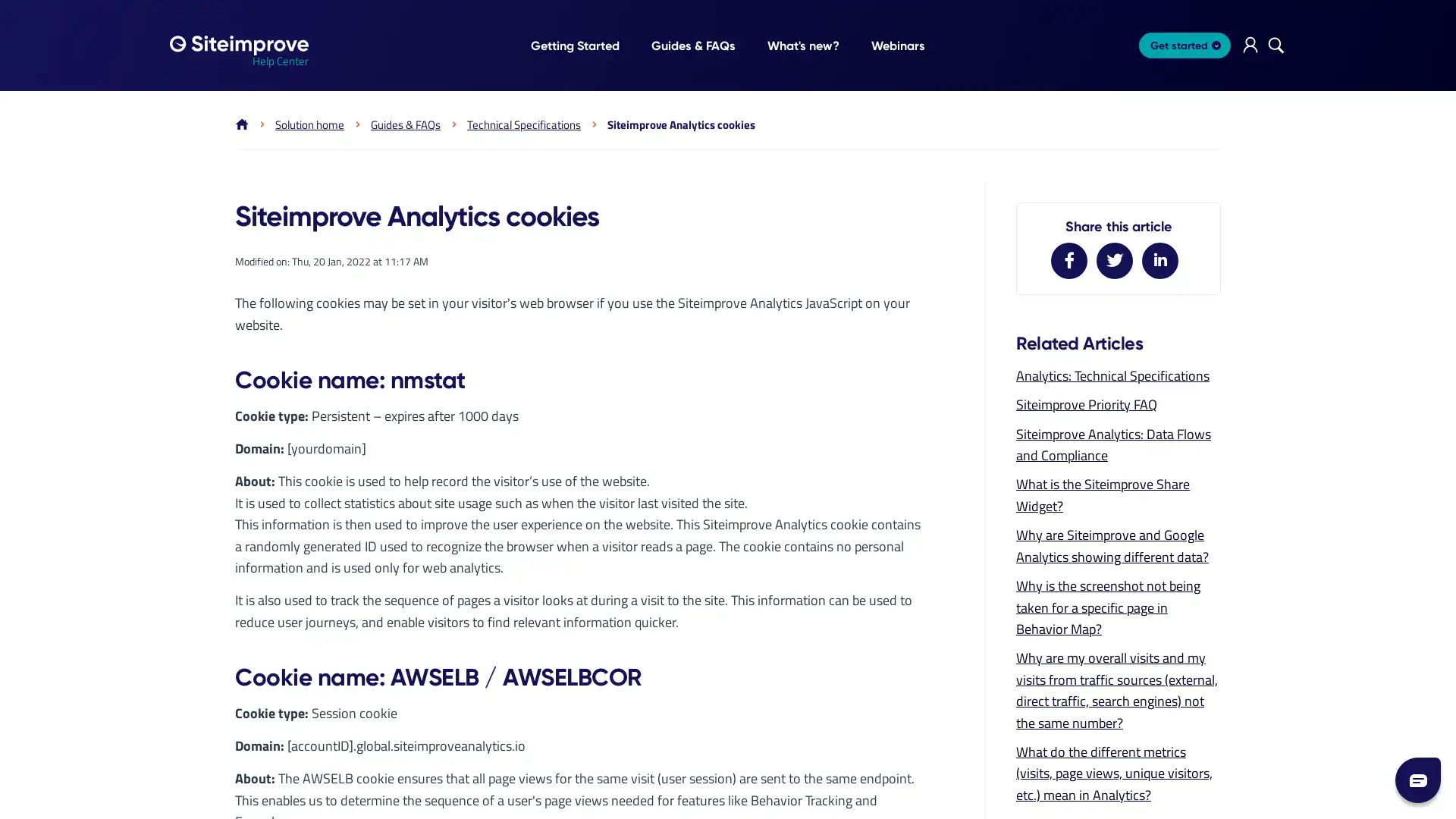 The image size is (1456, 819). Describe the element at coordinates (552, 559) in the screenshot. I see `Allow all cookies` at that location.